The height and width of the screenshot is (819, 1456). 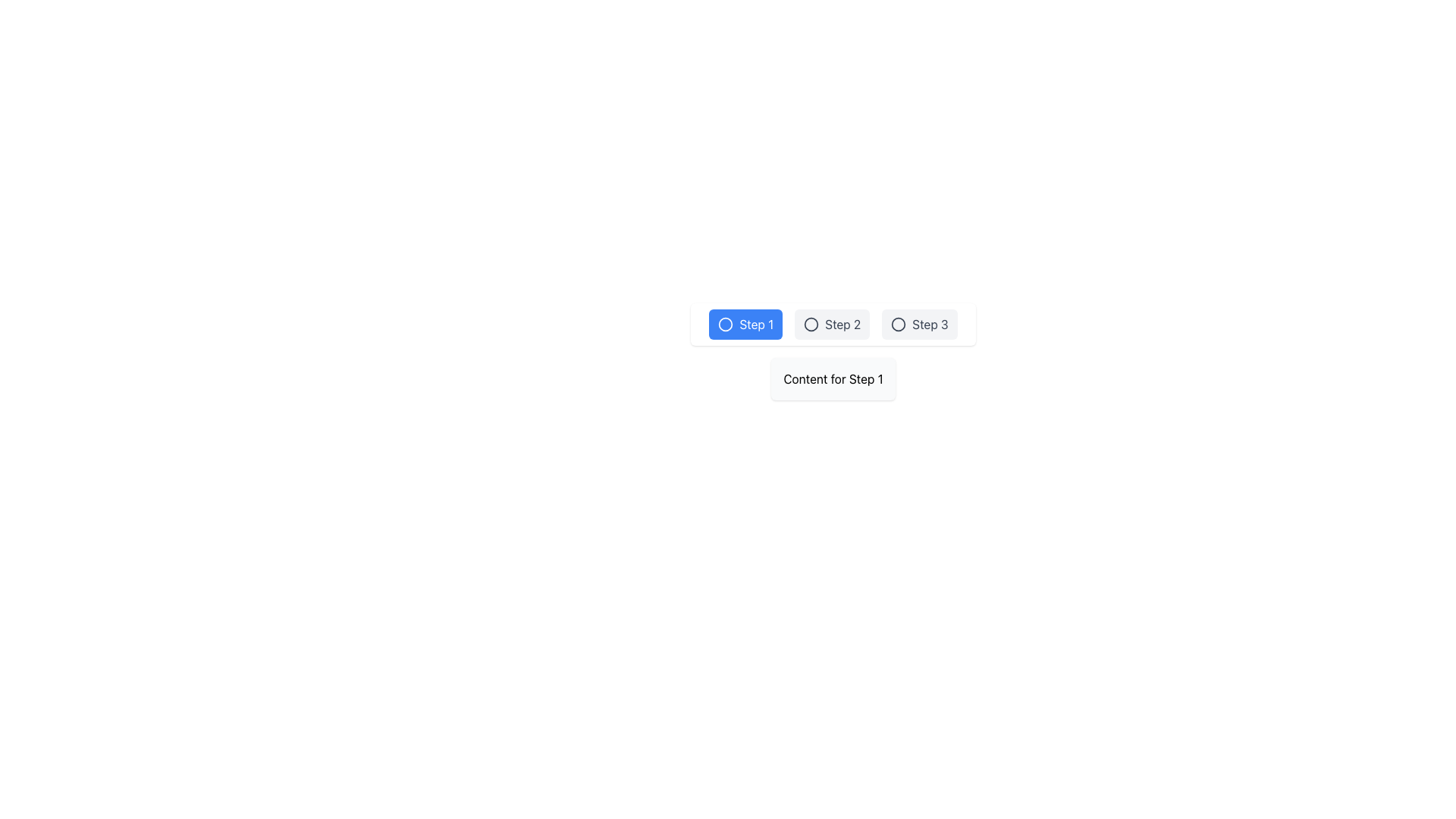 What do you see at coordinates (919, 324) in the screenshot?
I see `the 'Step 3' button, which is a rectangular UI element with soft rounded corners and a light gray background, located in the middle right of the interface` at bounding box center [919, 324].